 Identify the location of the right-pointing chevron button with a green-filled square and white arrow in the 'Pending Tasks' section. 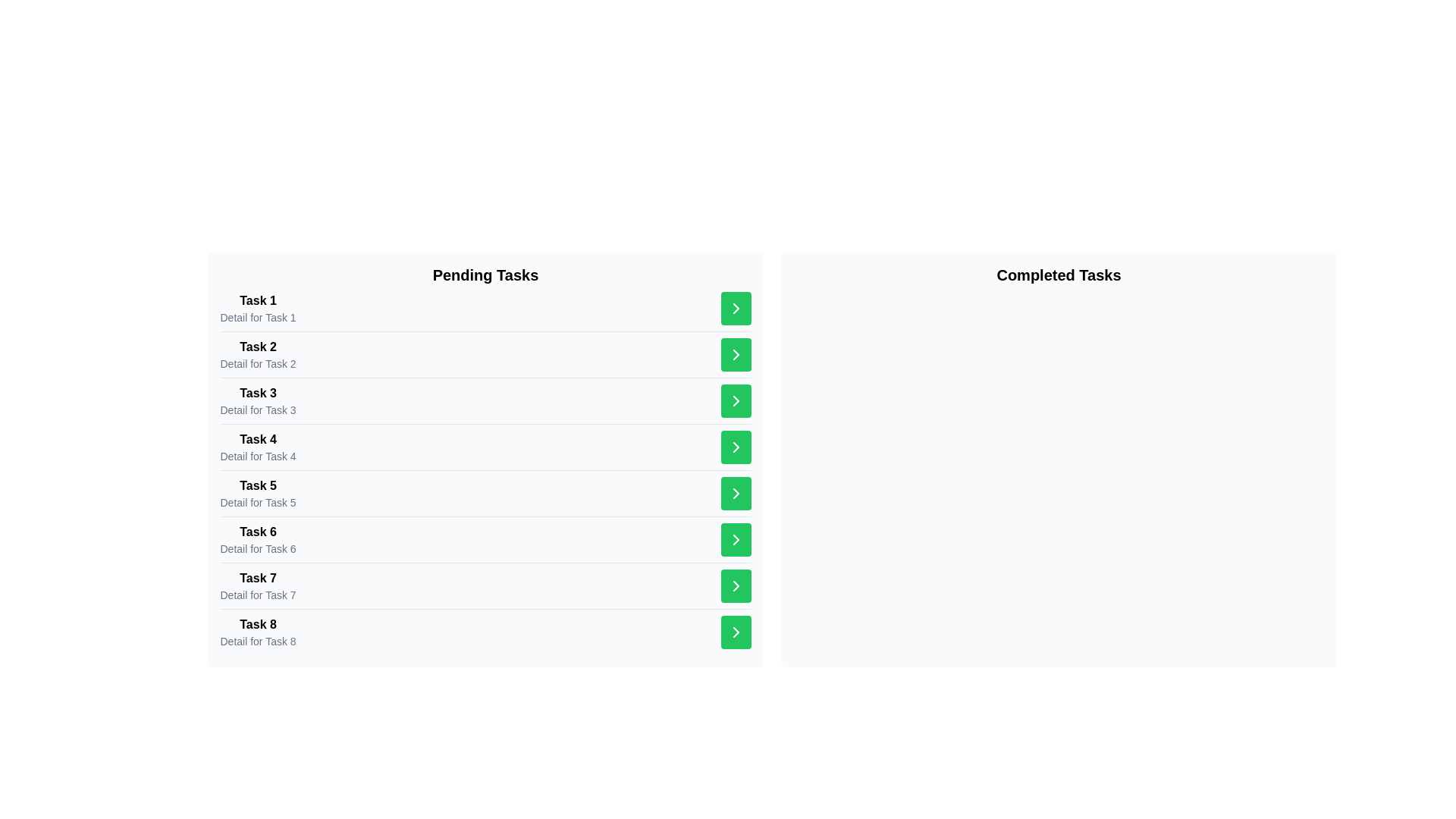
(736, 308).